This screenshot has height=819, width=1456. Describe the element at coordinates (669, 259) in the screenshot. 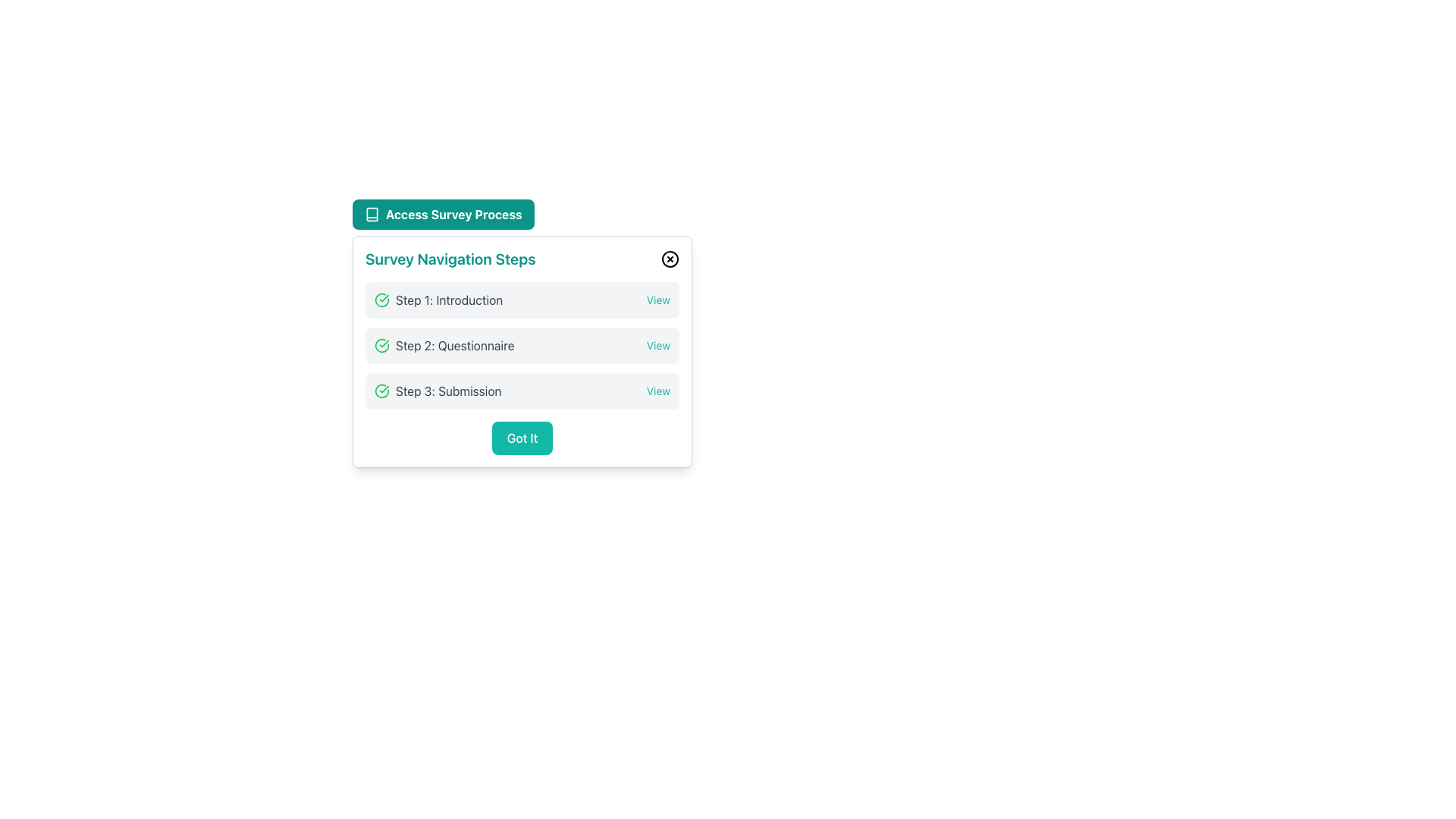

I see `the decorative circular UI element at the center of the close button icon` at that location.